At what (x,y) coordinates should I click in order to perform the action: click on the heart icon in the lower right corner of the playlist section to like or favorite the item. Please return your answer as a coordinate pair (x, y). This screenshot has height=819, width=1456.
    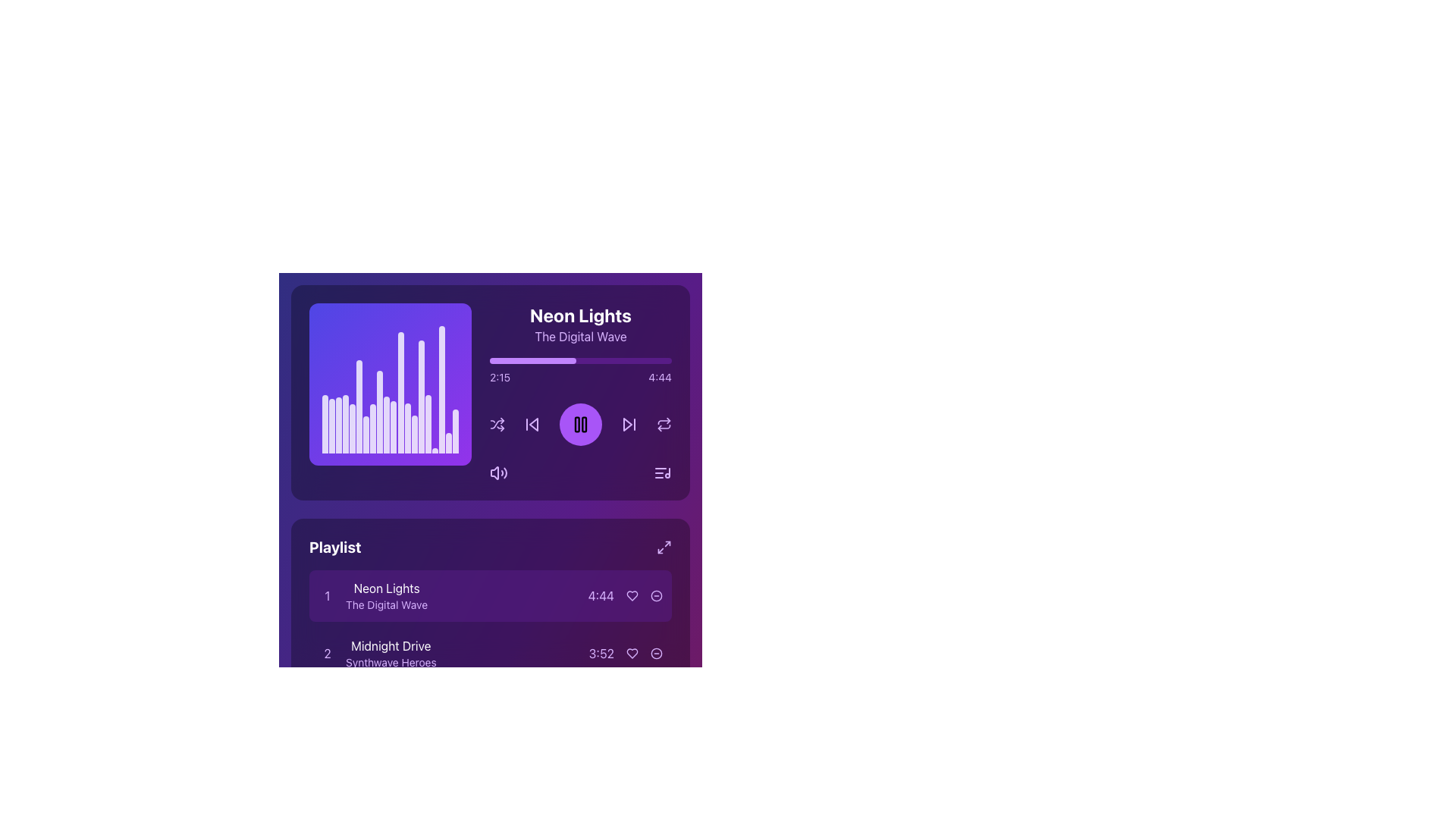
    Looking at the image, I should click on (632, 595).